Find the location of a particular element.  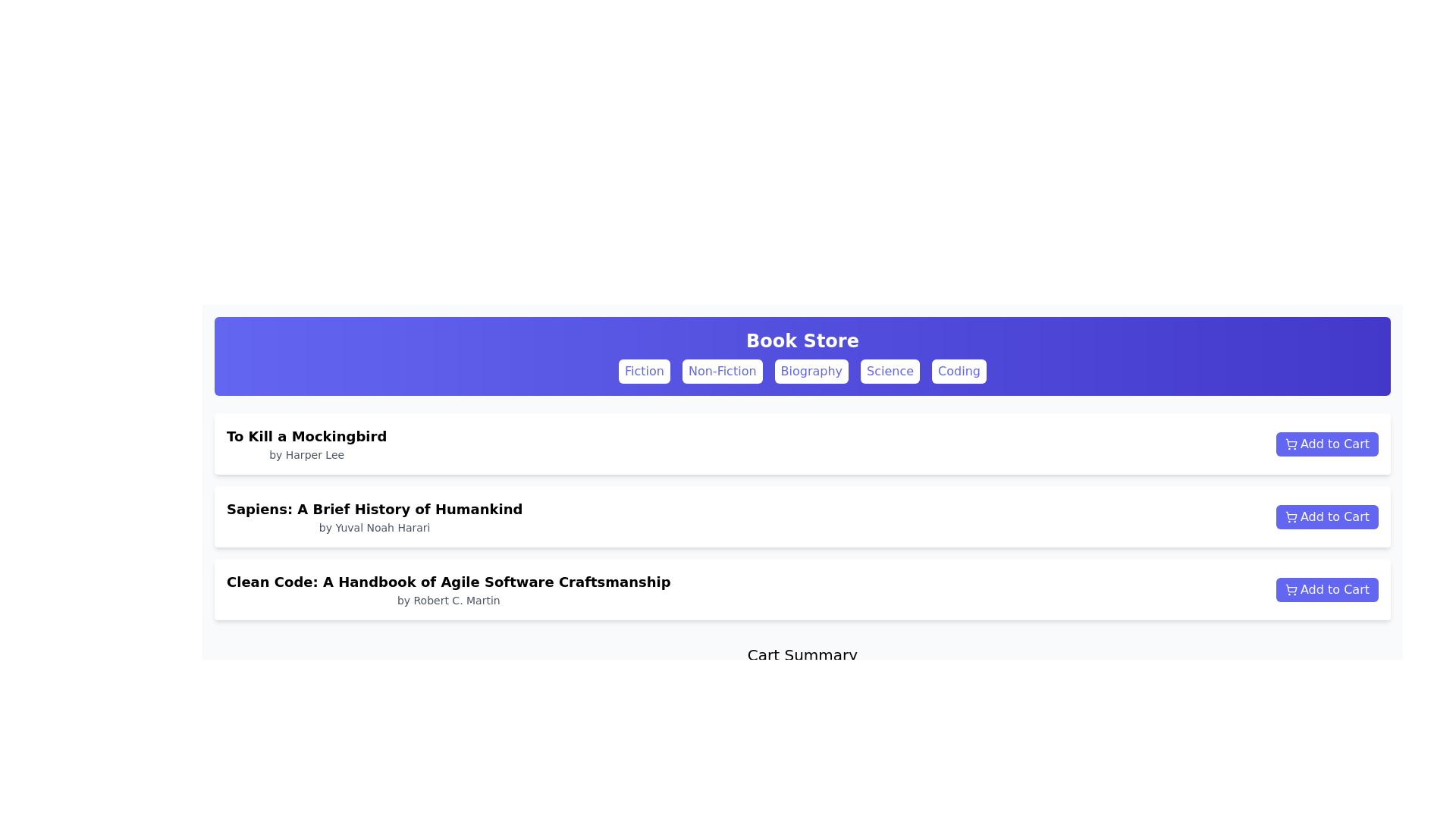

the text label displaying the author's name 'Harper Lee', which is located directly below the book title 'To Kill a Mockingbird' in a vertical list layout is located at coordinates (306, 454).